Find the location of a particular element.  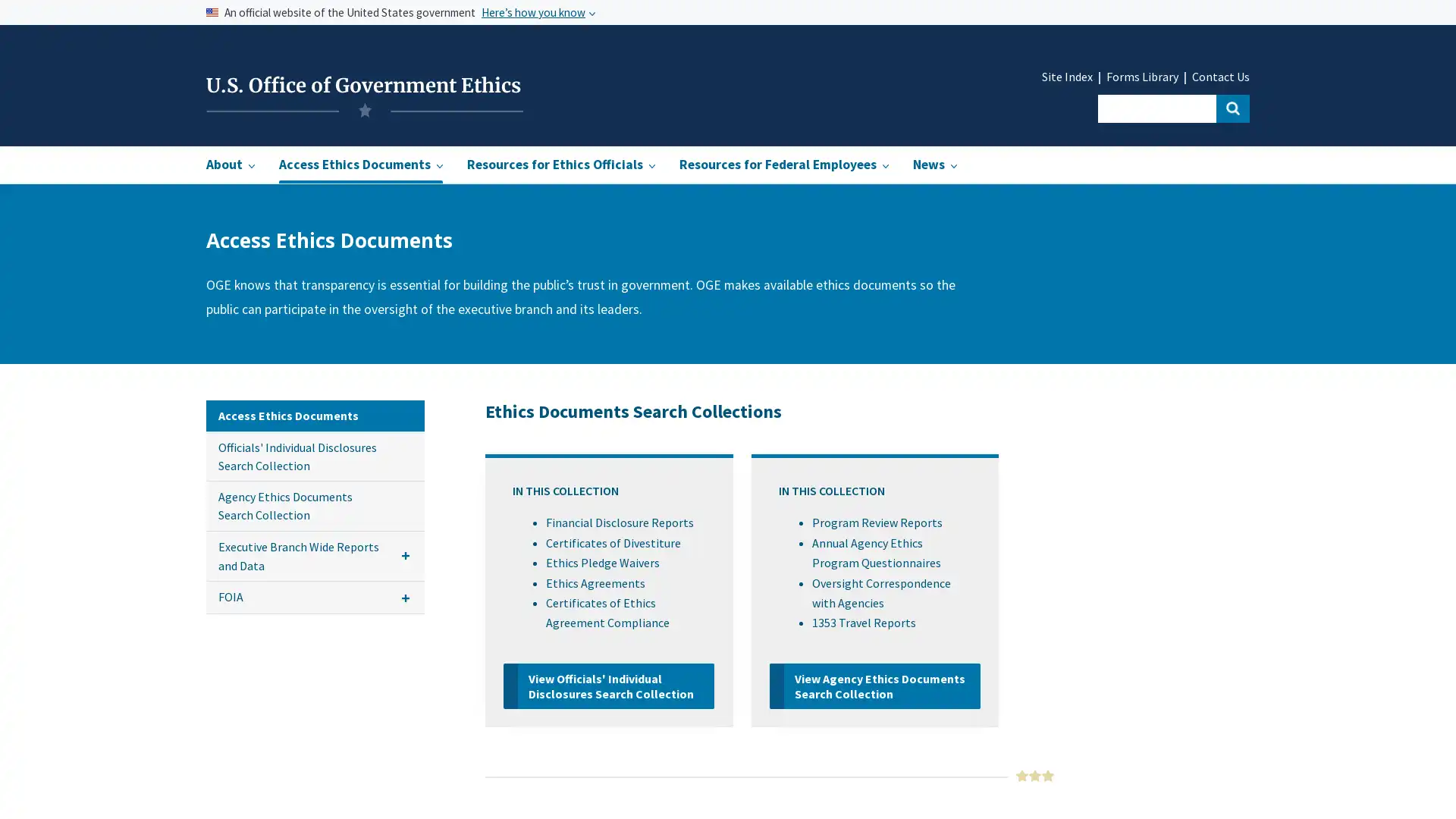

Executive Branch Wide Reports and Data is located at coordinates (315, 555).